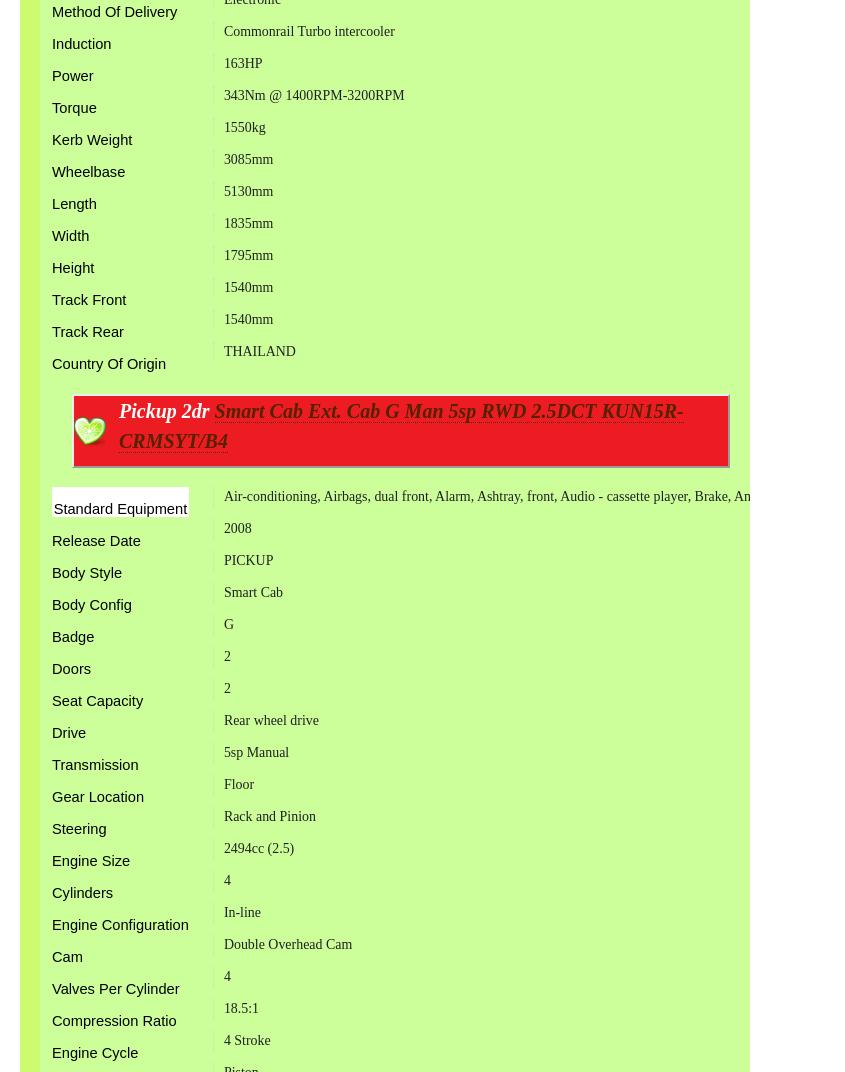  What do you see at coordinates (50, 827) in the screenshot?
I see `'Steering'` at bounding box center [50, 827].